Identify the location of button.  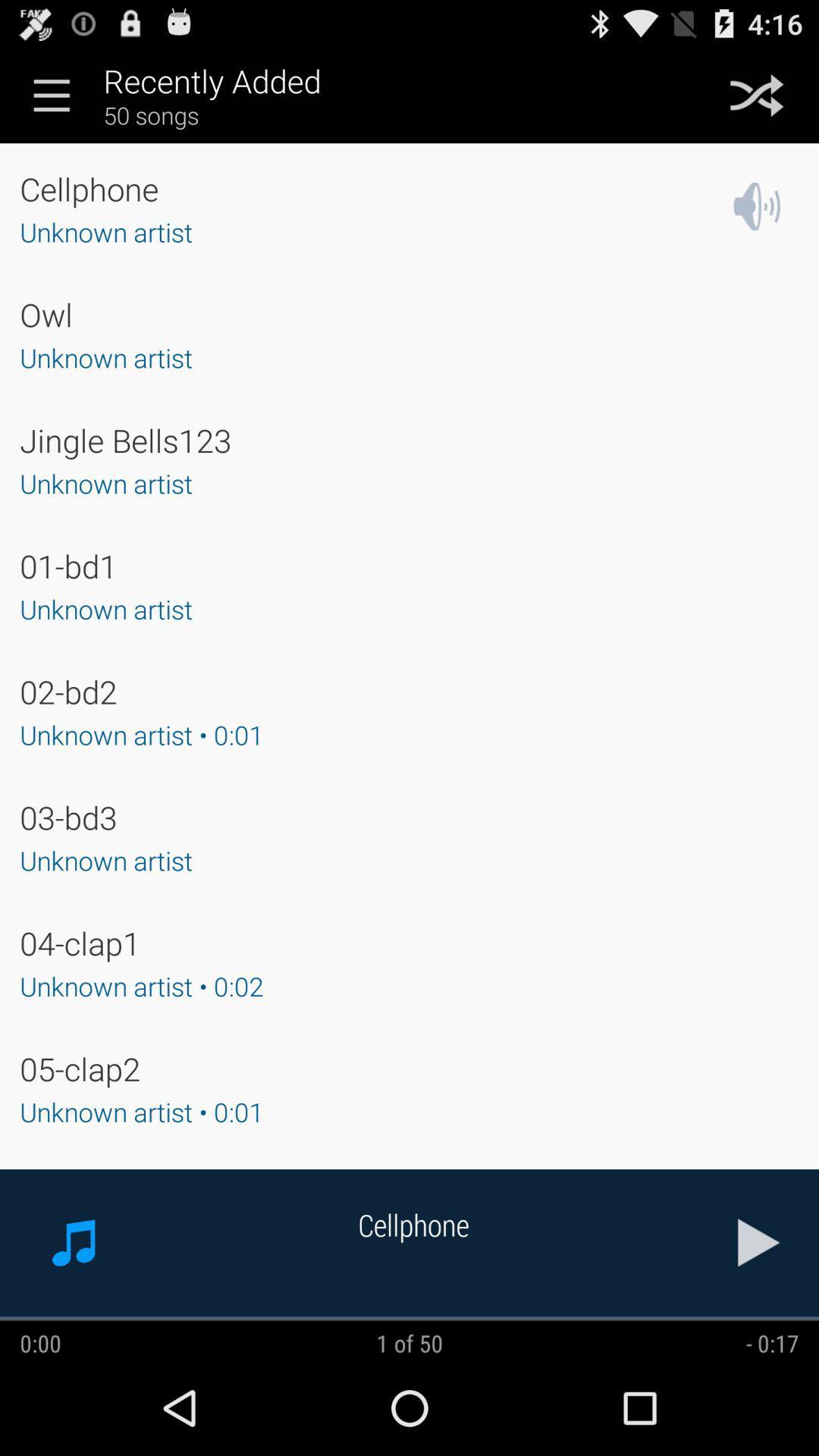
(759, 1242).